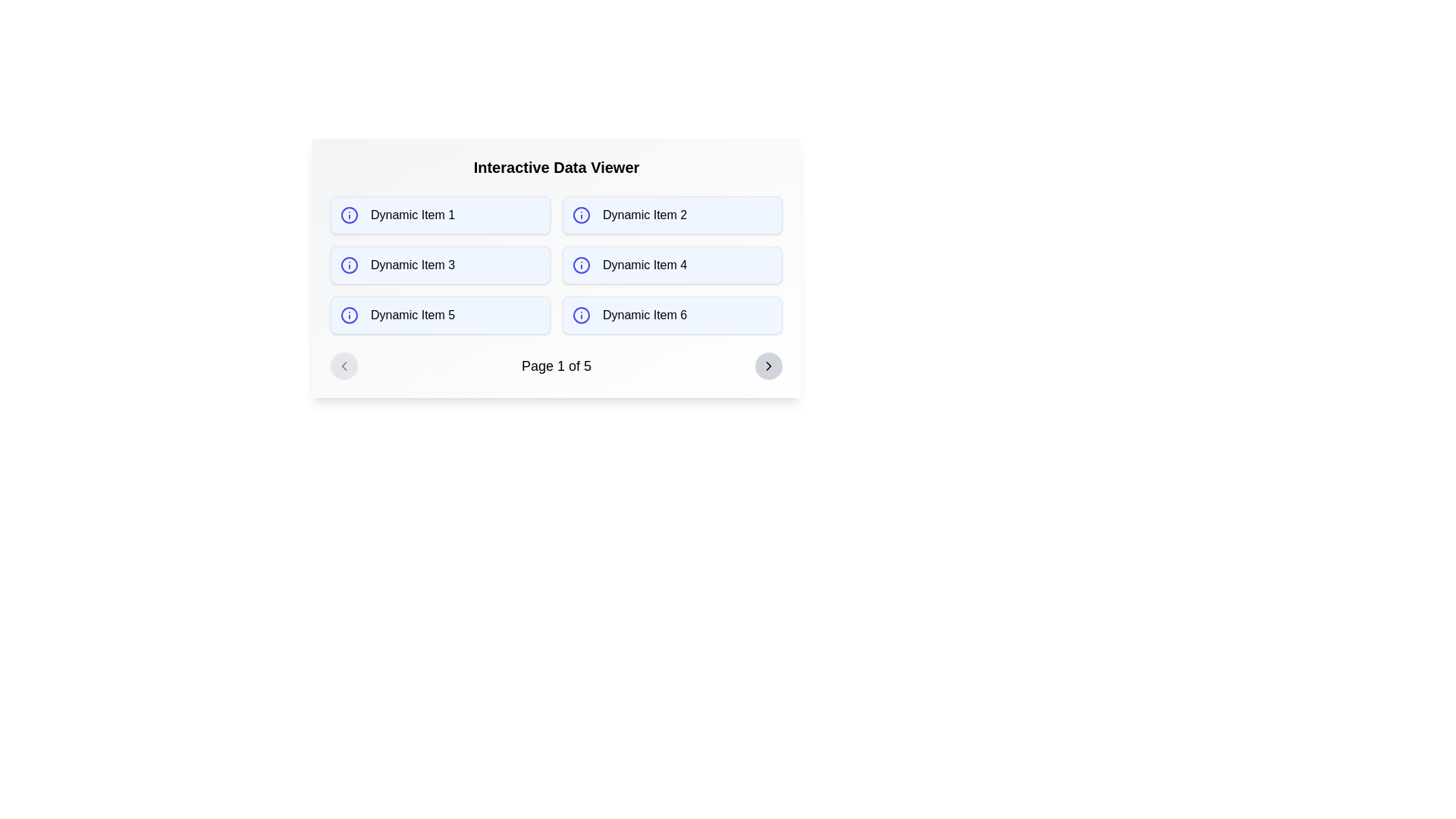  What do you see at coordinates (439, 265) in the screenshot?
I see `the informational card located` at bounding box center [439, 265].